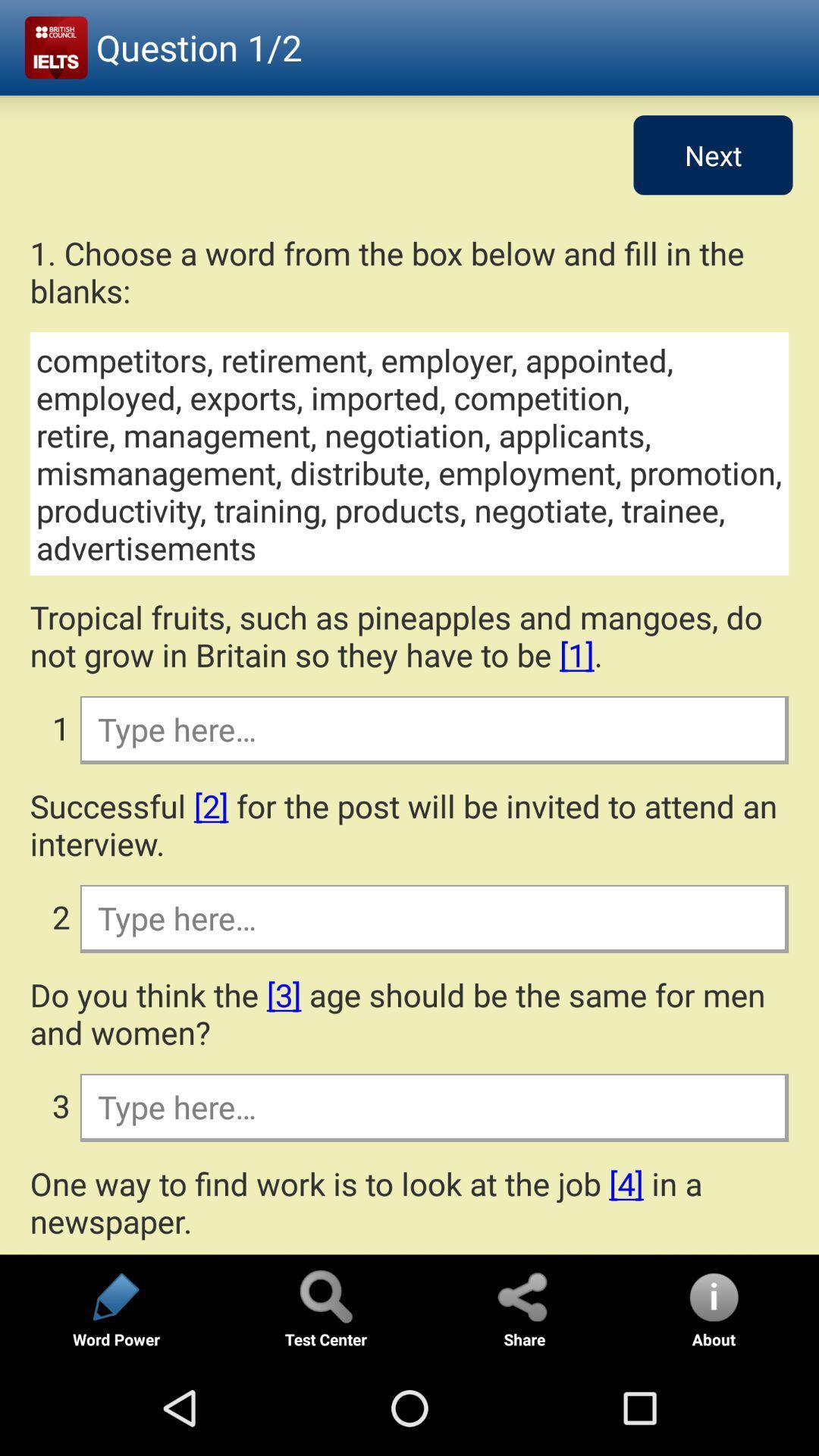 The height and width of the screenshot is (1456, 819). Describe the element at coordinates (433, 917) in the screenshot. I see `type answer for question 2` at that location.